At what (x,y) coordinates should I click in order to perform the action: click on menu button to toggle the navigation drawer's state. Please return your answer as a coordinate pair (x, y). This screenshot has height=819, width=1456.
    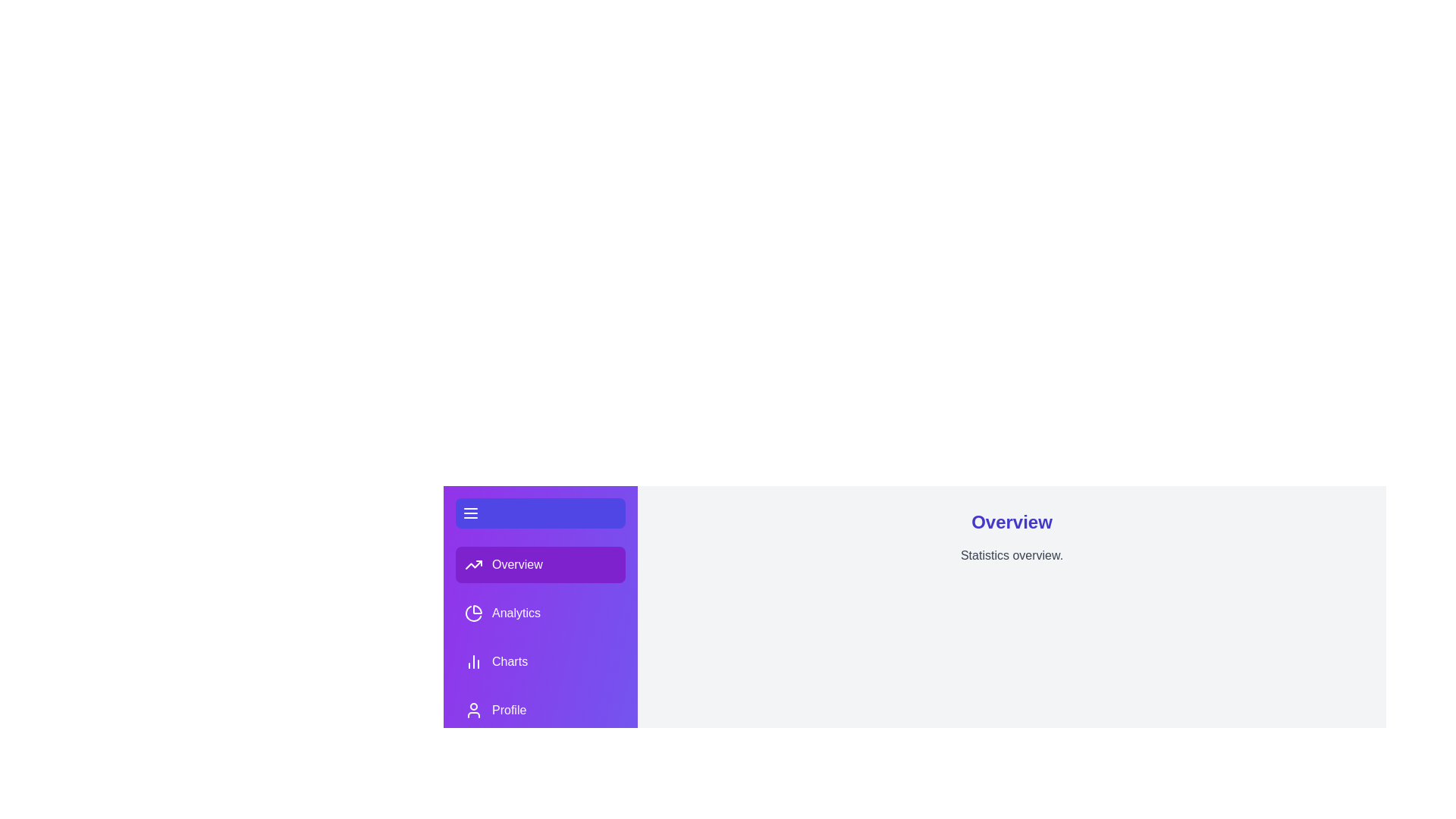
    Looking at the image, I should click on (469, 513).